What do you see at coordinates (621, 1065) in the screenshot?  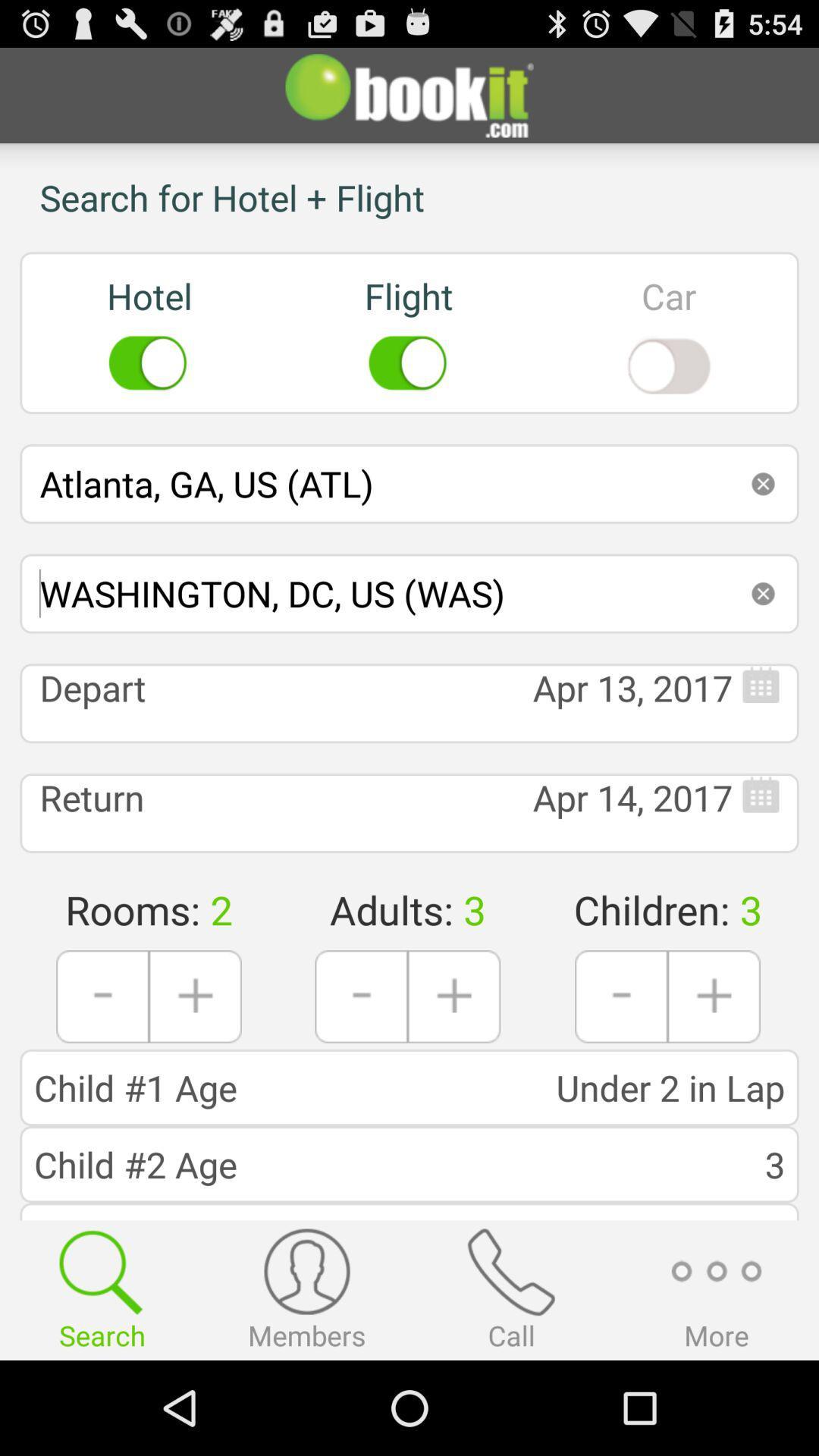 I see `the minus icon` at bounding box center [621, 1065].